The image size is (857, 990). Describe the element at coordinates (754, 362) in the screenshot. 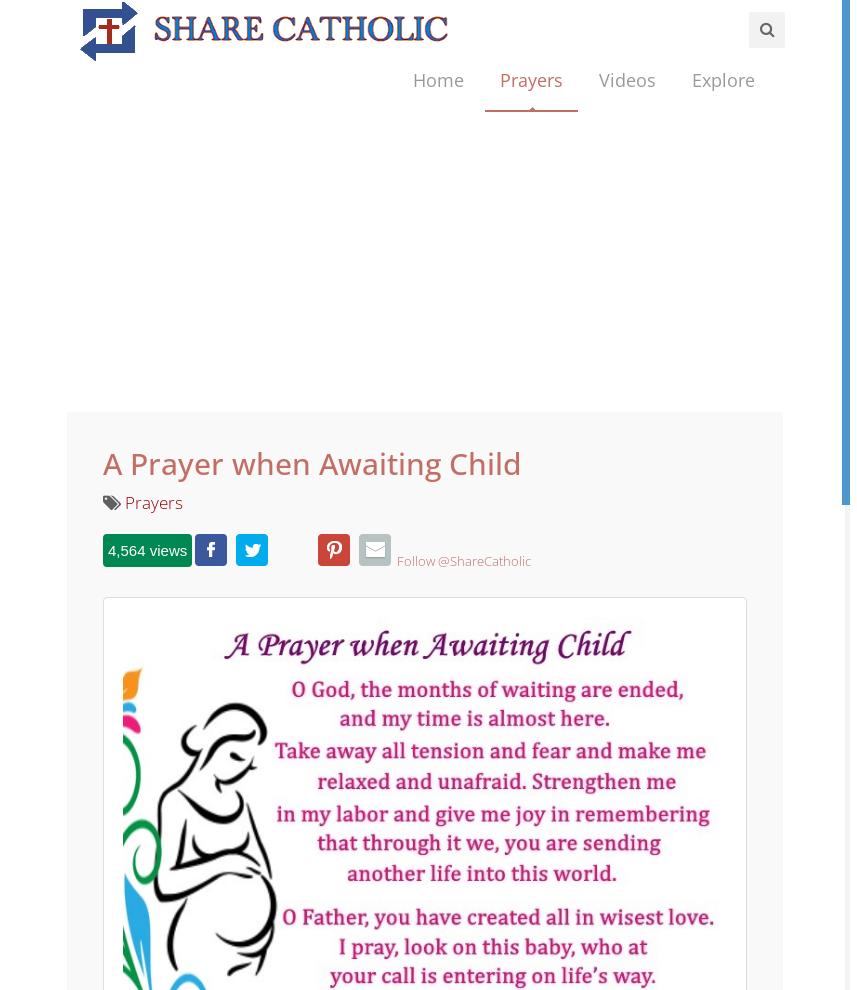

I see `'Marriage & Family'` at that location.